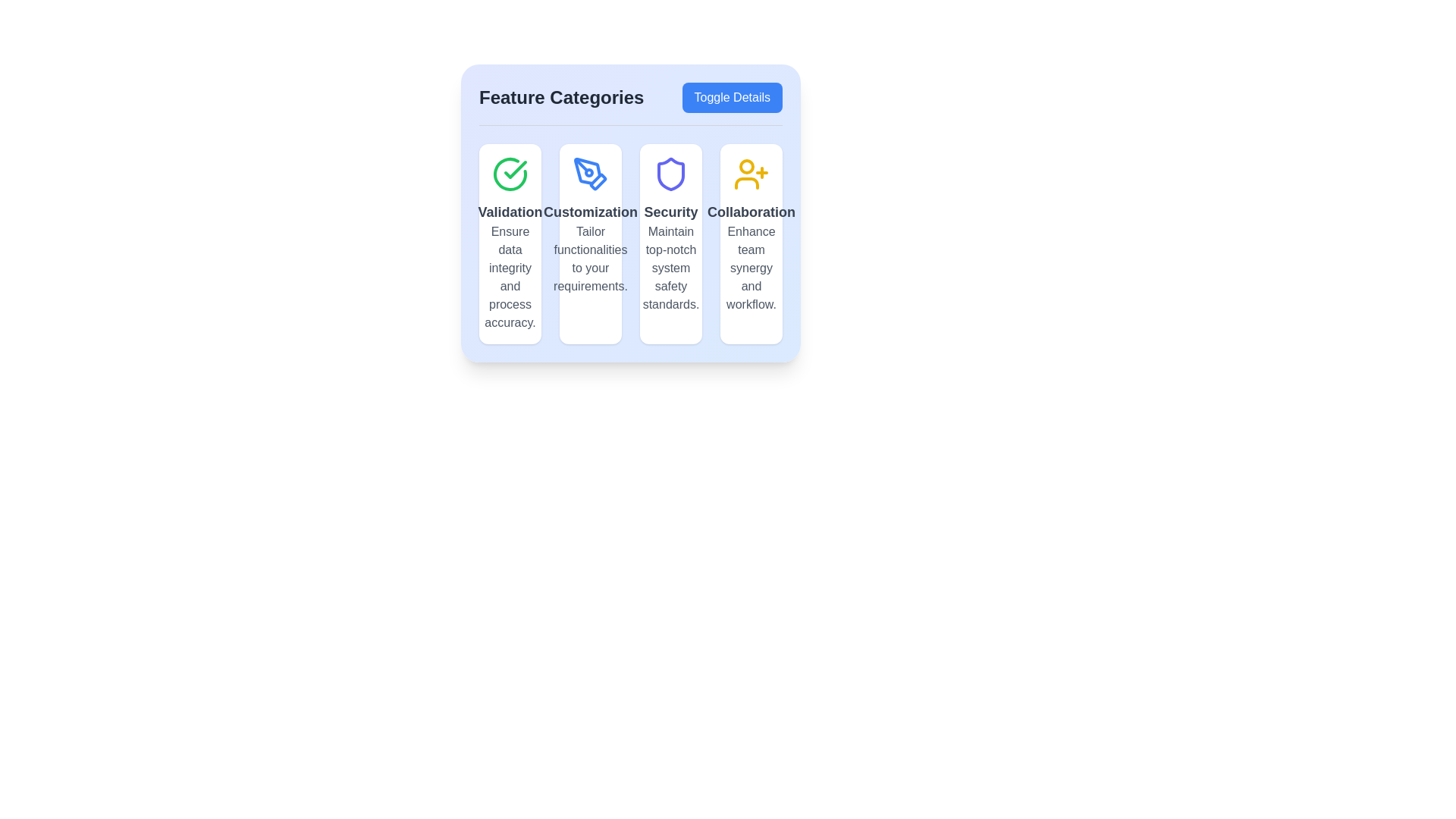 This screenshot has height=819, width=1456. Describe the element at coordinates (510, 174) in the screenshot. I see `the validation success icon located in the top-left corner of the grid layout, above the 'Validation' text and adjacent to 'Customization', 'Security', and 'Collaboration'` at that location.